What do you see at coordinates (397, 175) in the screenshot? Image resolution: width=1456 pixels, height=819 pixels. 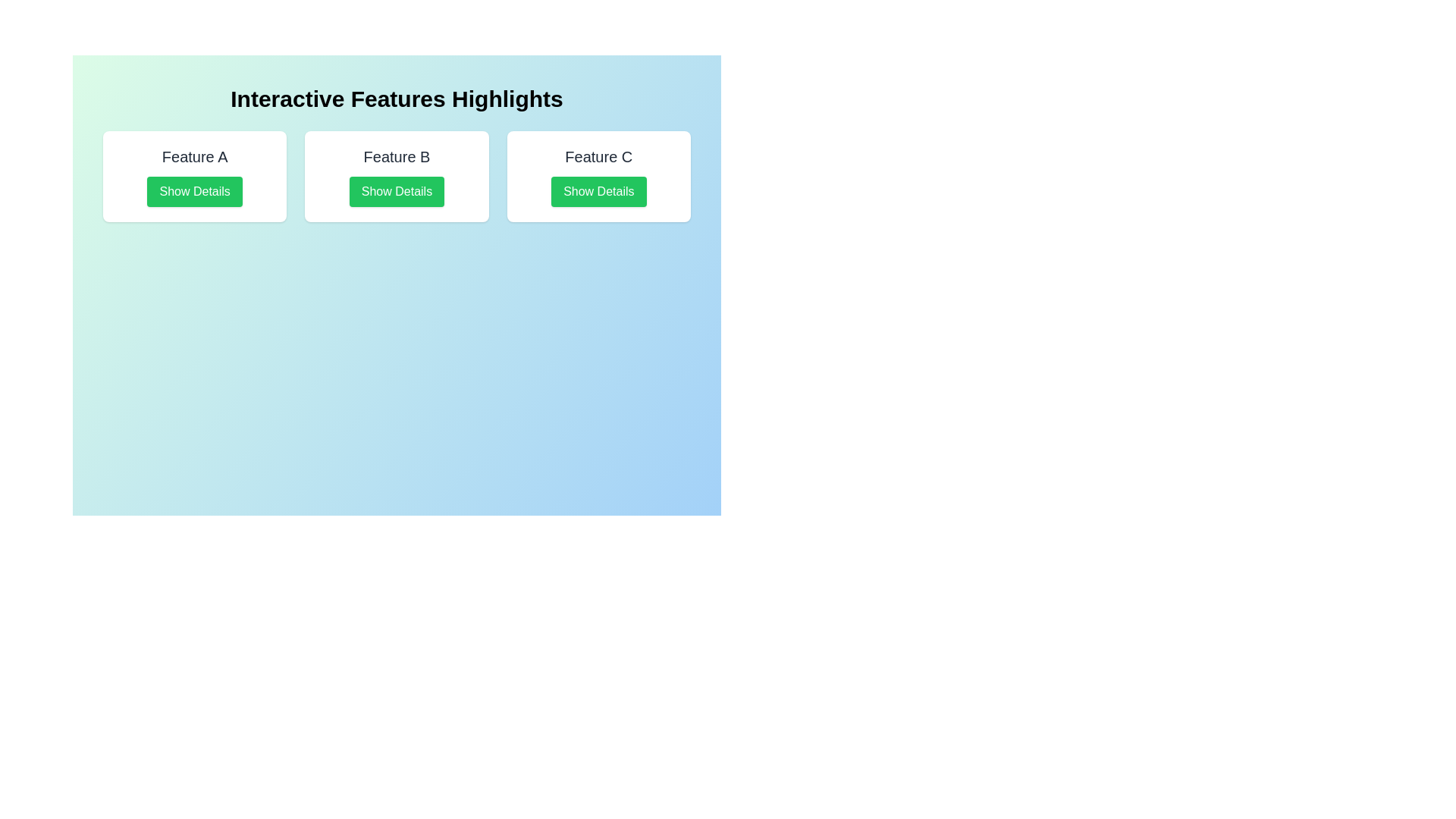 I see `the button labeled 'Show Details' on the Composite element that provides a description for 'Feature B'` at bounding box center [397, 175].